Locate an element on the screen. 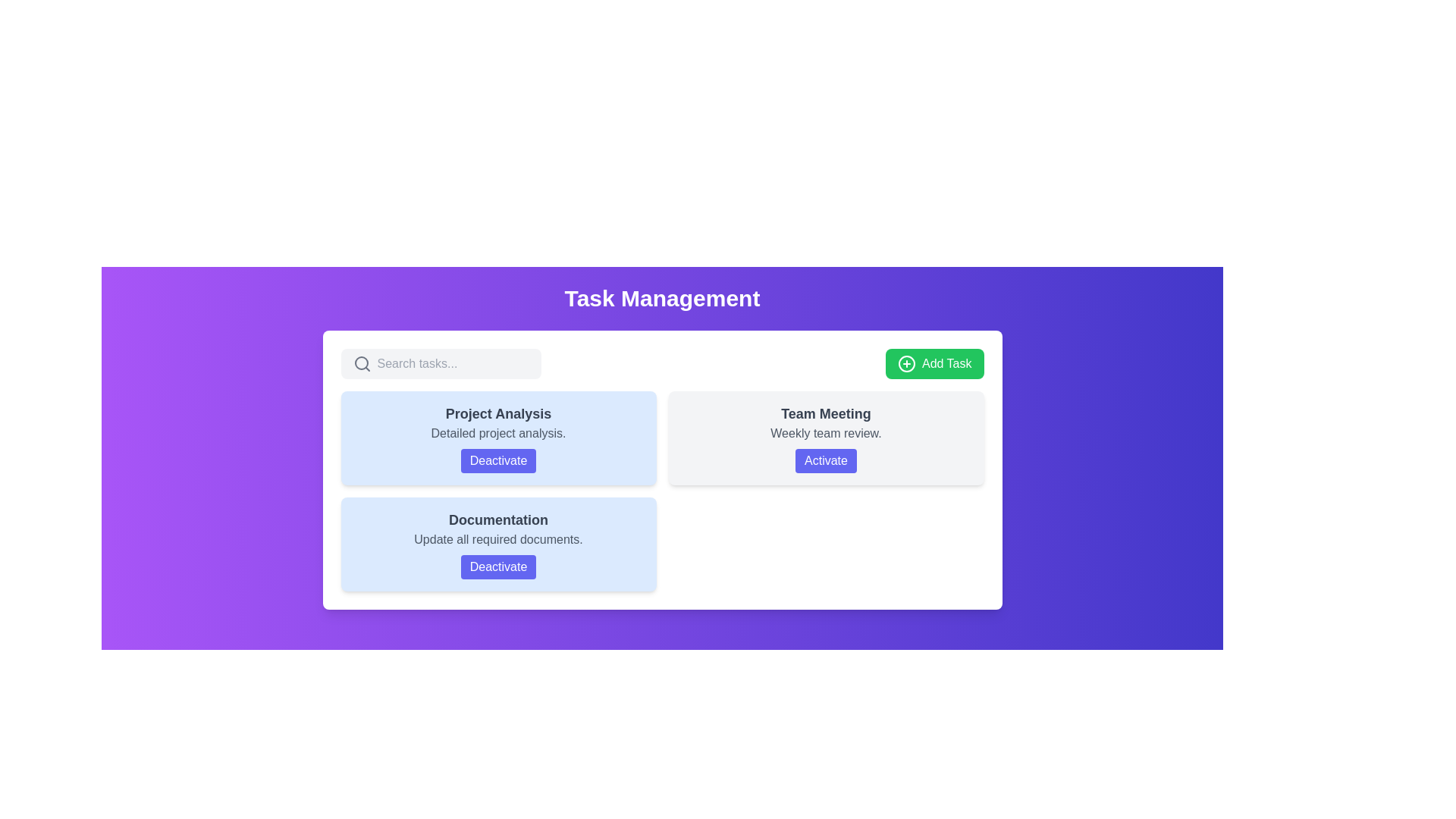 This screenshot has width=1456, height=819. the 'Activate' button on the 'Team Meeting' task card located in the right column of the first row under the 'Task Management' section is located at coordinates (825, 438).